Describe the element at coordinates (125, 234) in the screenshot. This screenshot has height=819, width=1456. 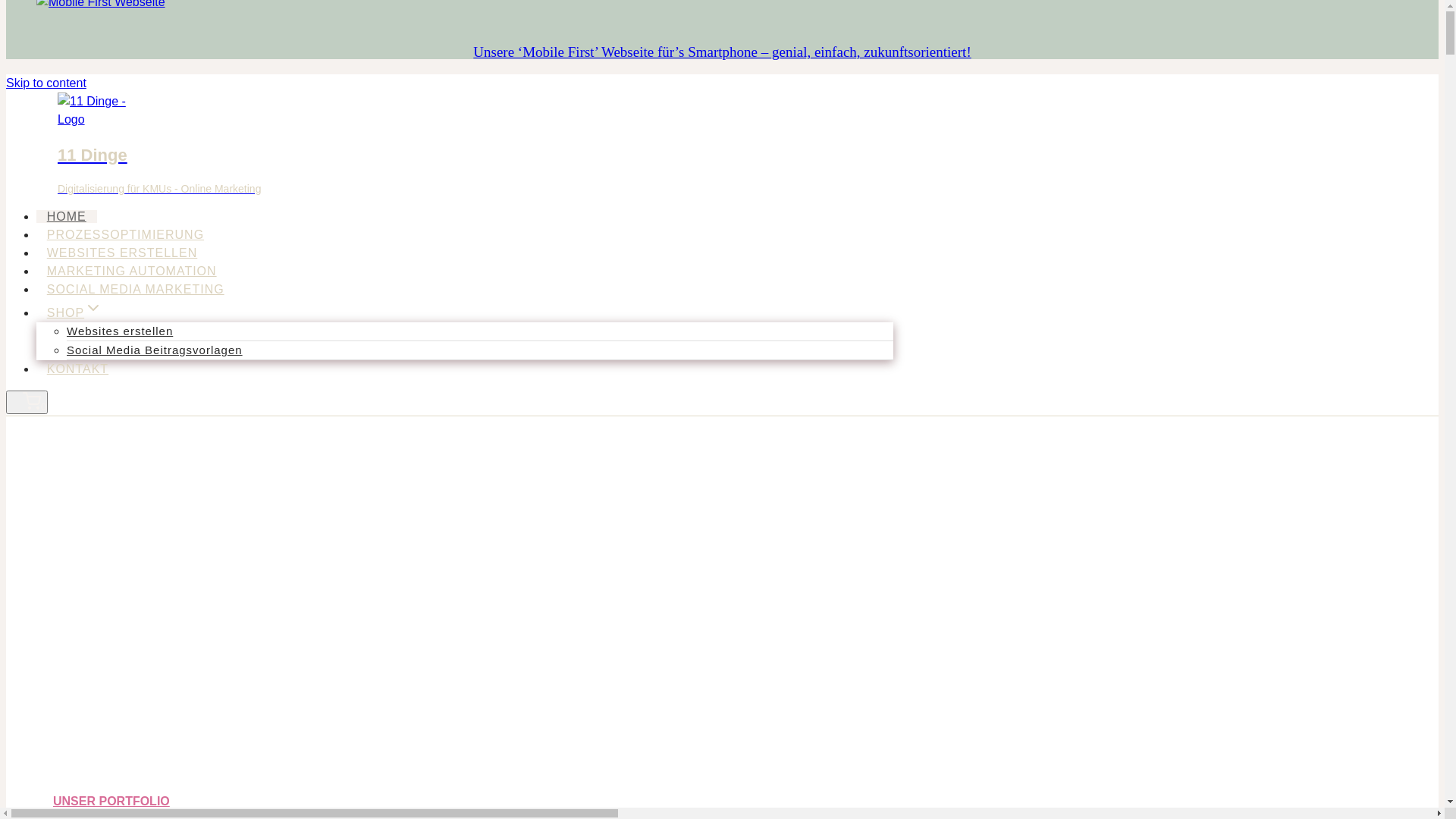
I see `'PROZESSOPTIMIERUNG'` at that location.